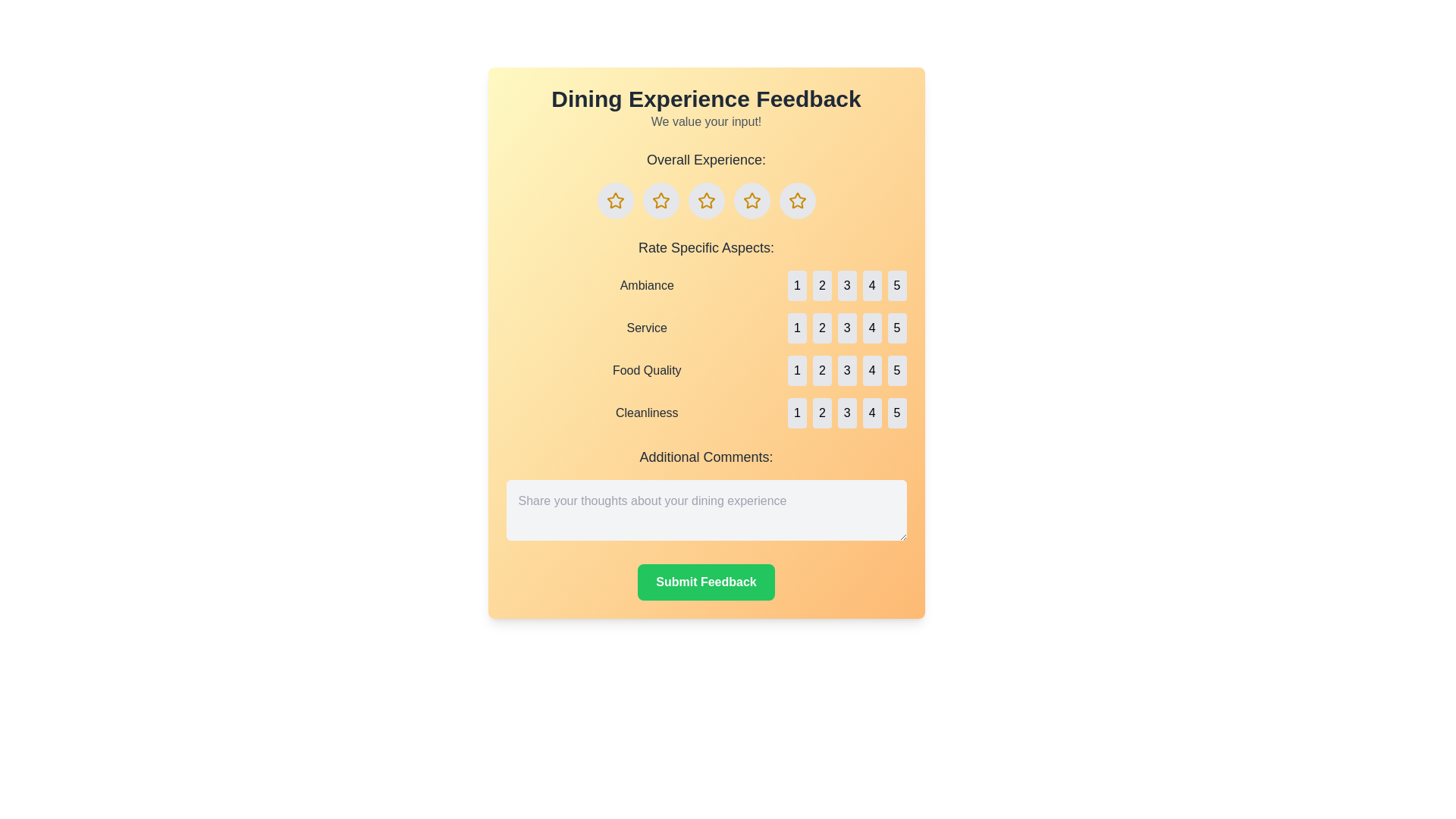 The height and width of the screenshot is (819, 1456). What do you see at coordinates (846, 327) in the screenshot?
I see `button labeled '3' with a gray background and rounded corners, located in the 'Rate Specific Aspects' section below the 'Service' label` at bounding box center [846, 327].